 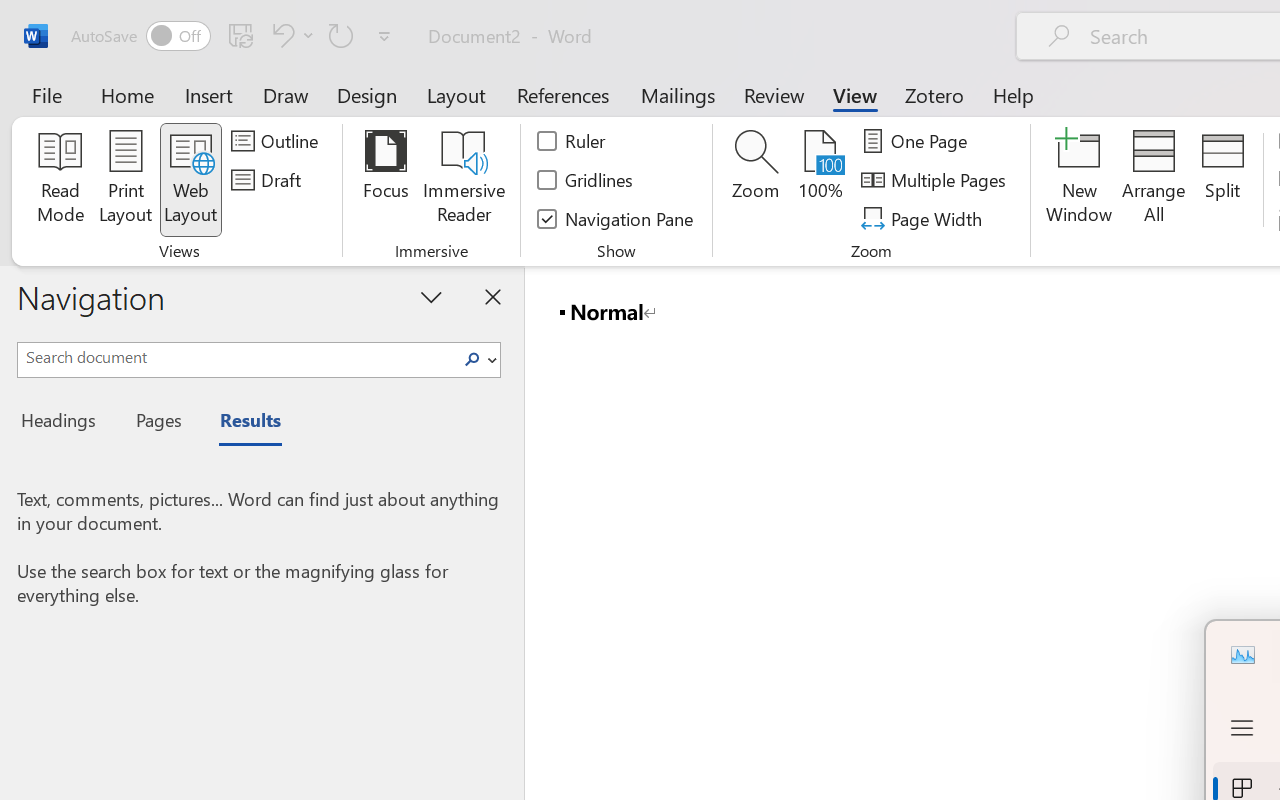 What do you see at coordinates (1013, 94) in the screenshot?
I see `'Help'` at bounding box center [1013, 94].